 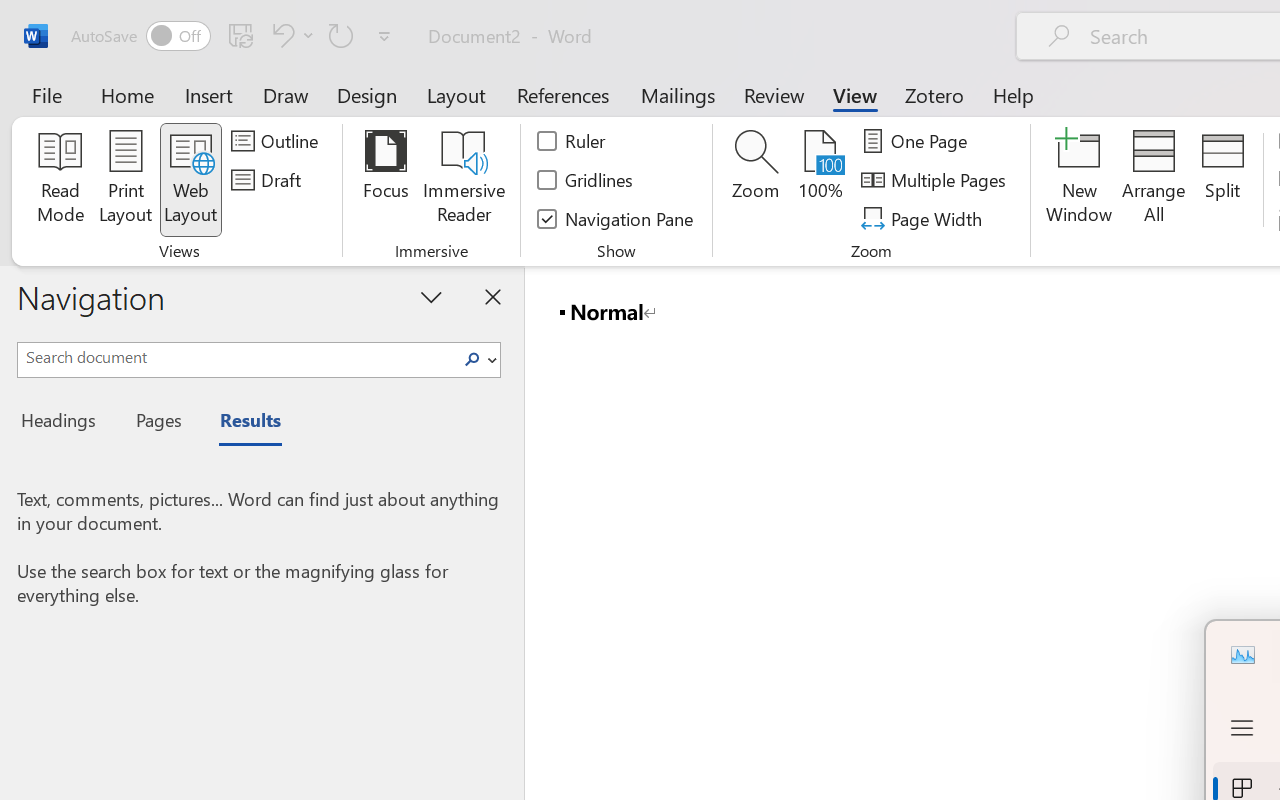 What do you see at coordinates (1013, 94) in the screenshot?
I see `'Help'` at bounding box center [1013, 94].